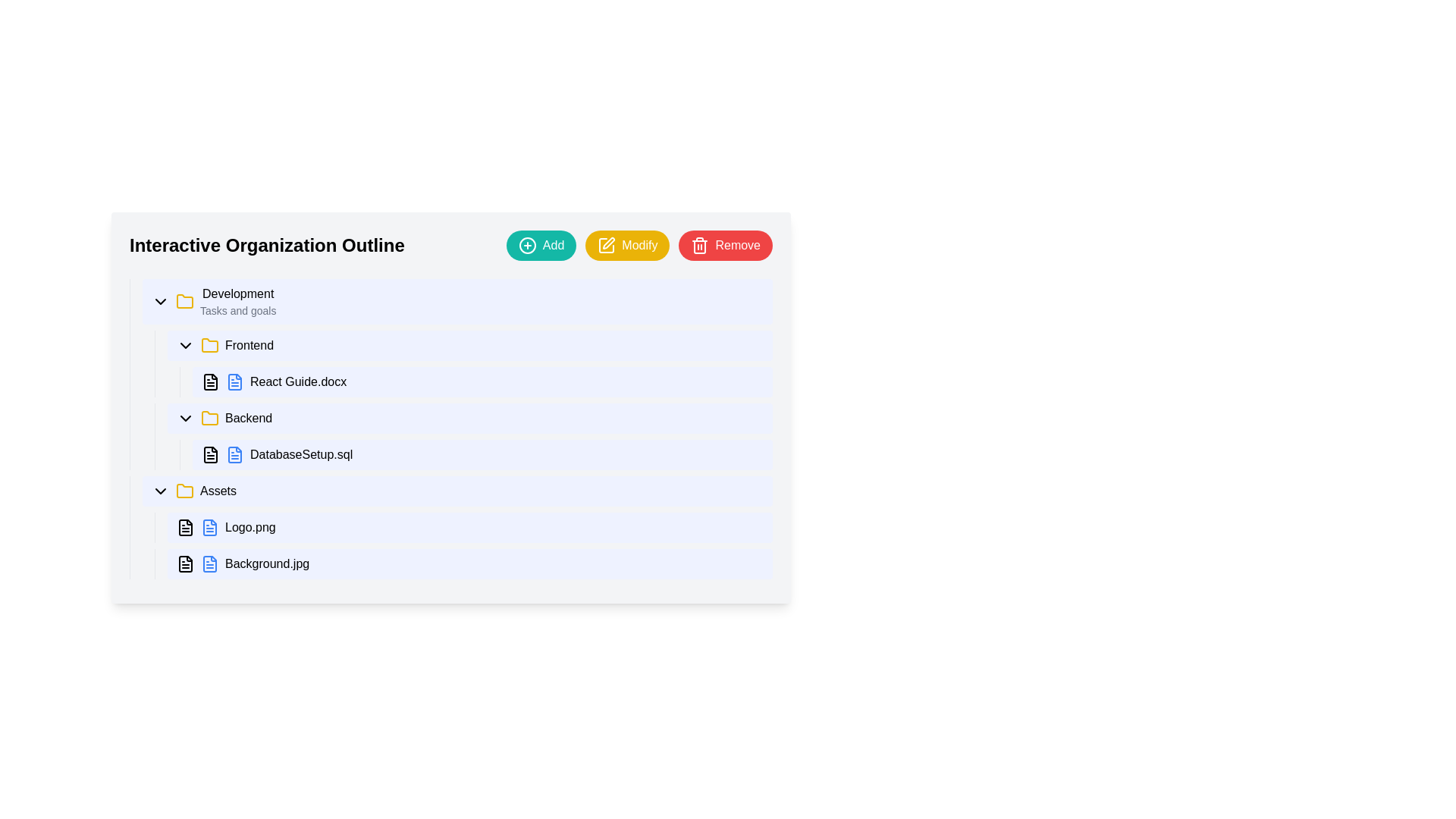  I want to click on the SVG-based icon representing the 'Logo.png' file from the 'Assets' directory, so click(184, 526).